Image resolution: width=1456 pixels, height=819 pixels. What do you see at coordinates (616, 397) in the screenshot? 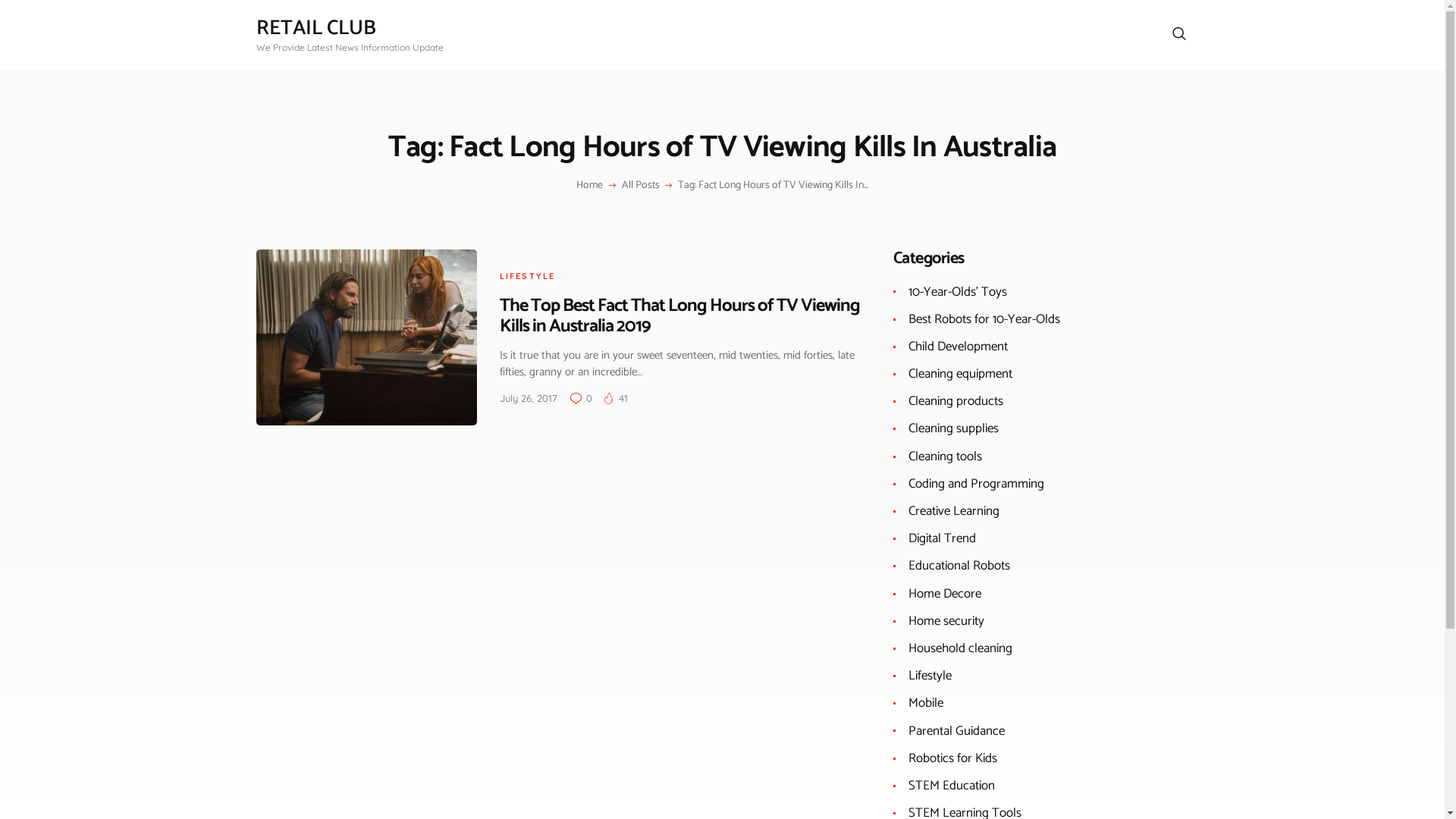
I see `'41'` at bounding box center [616, 397].